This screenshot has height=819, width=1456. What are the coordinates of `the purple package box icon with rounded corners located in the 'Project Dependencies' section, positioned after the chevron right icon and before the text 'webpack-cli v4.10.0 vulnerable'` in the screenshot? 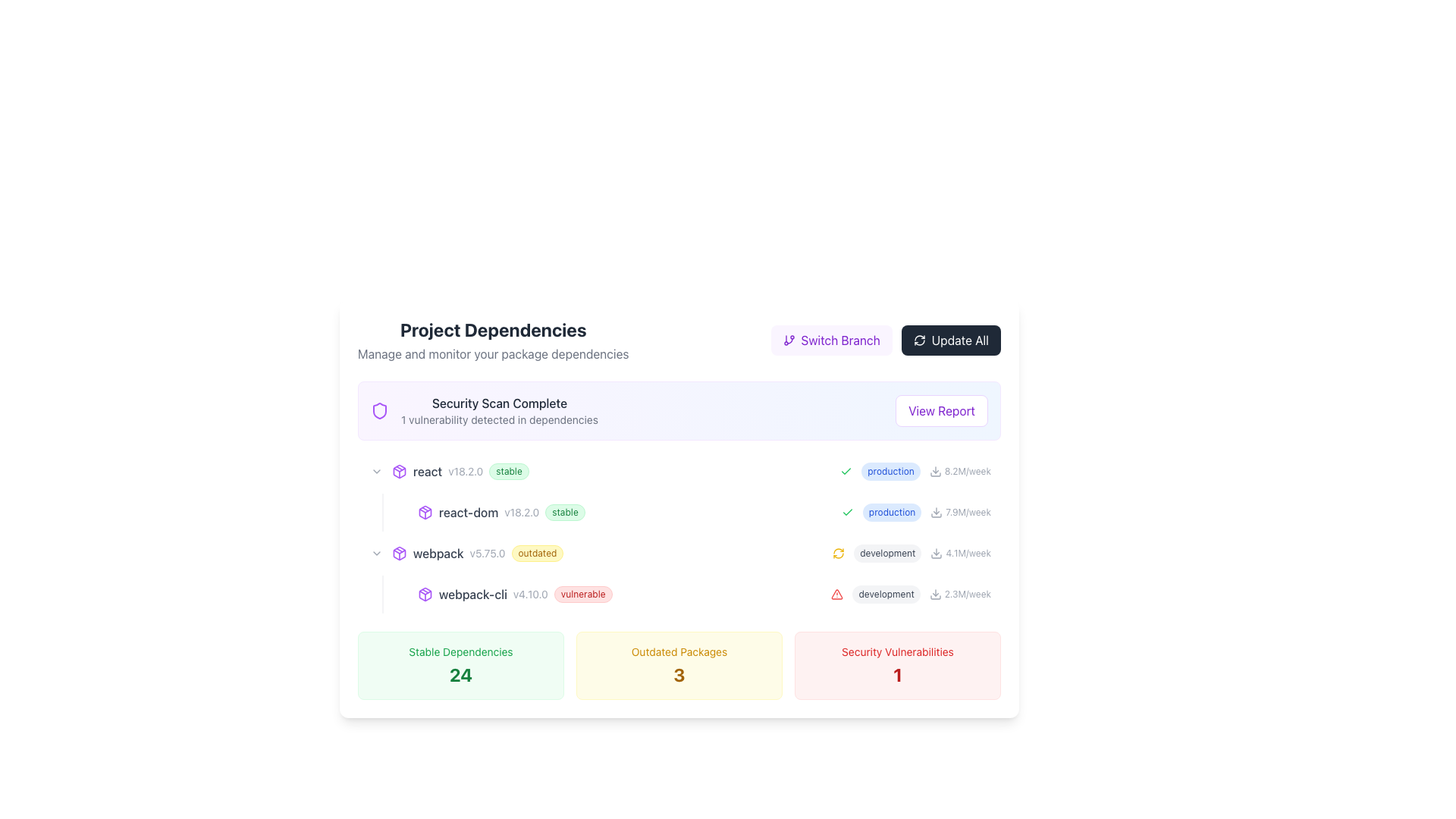 It's located at (425, 593).